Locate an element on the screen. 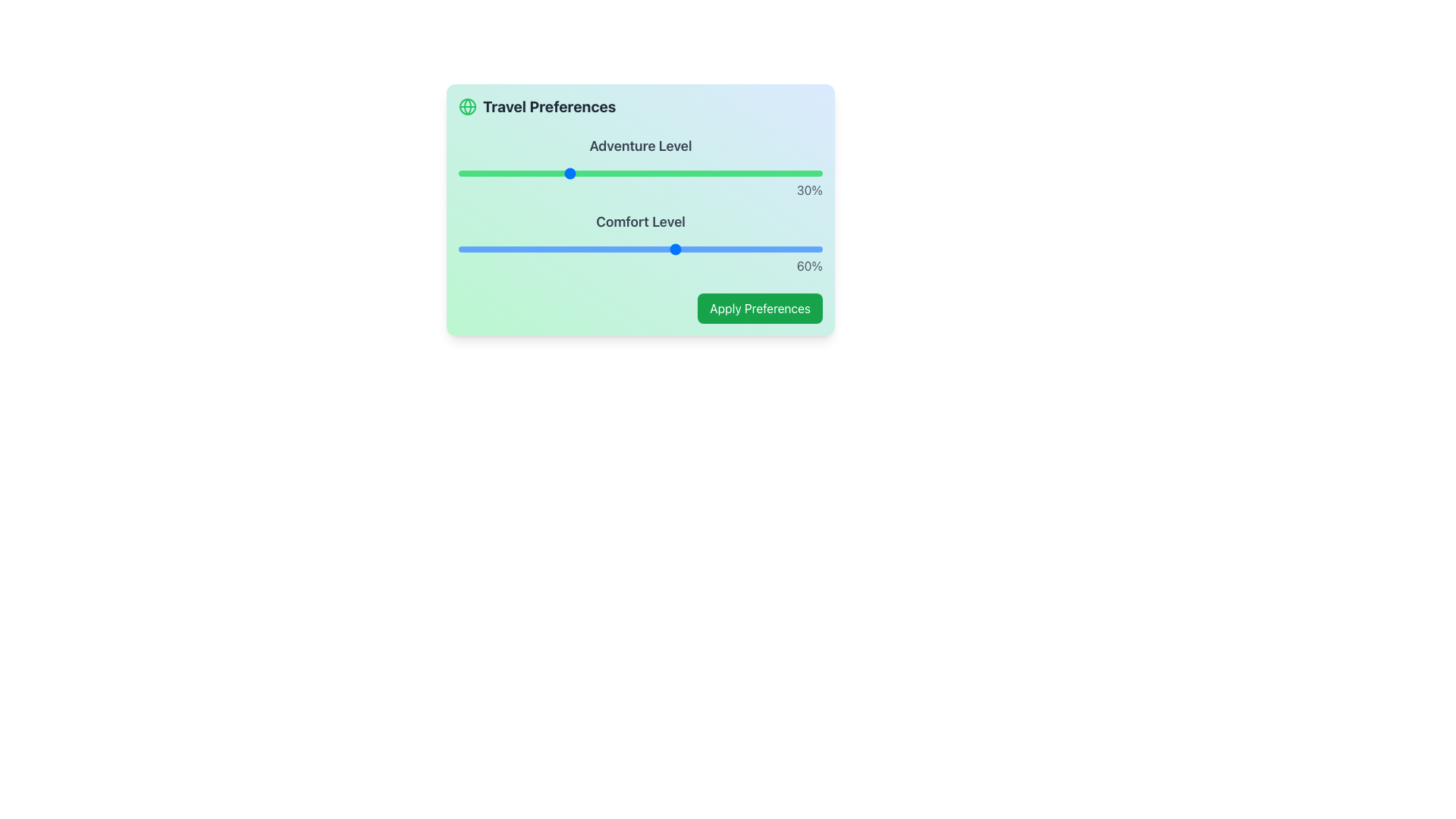 Image resolution: width=1456 pixels, height=819 pixels. the comfort level is located at coordinates (666, 248).